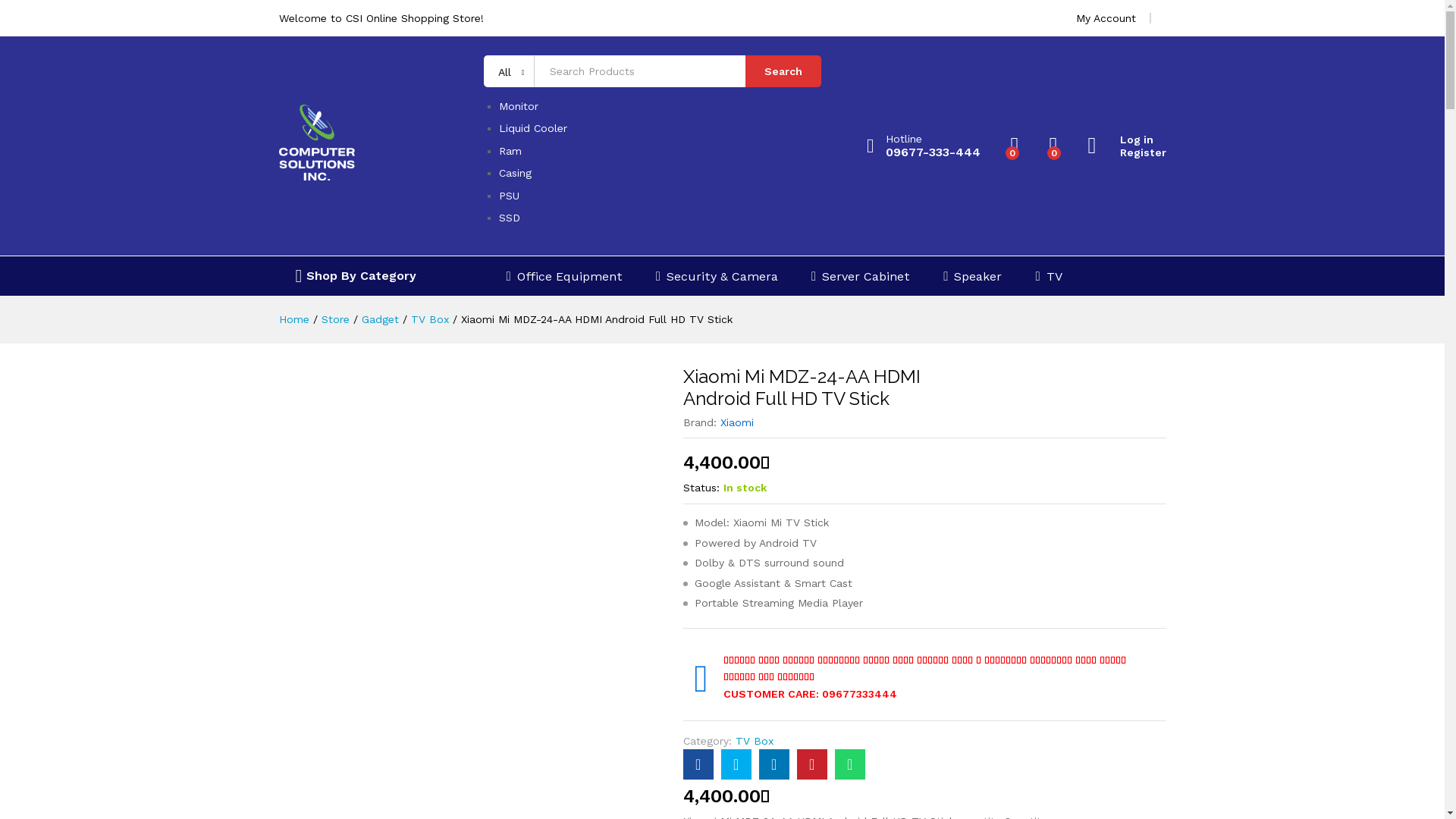 Image resolution: width=1456 pixels, height=819 pixels. What do you see at coordinates (1126, 152) in the screenshot?
I see `'Register'` at bounding box center [1126, 152].